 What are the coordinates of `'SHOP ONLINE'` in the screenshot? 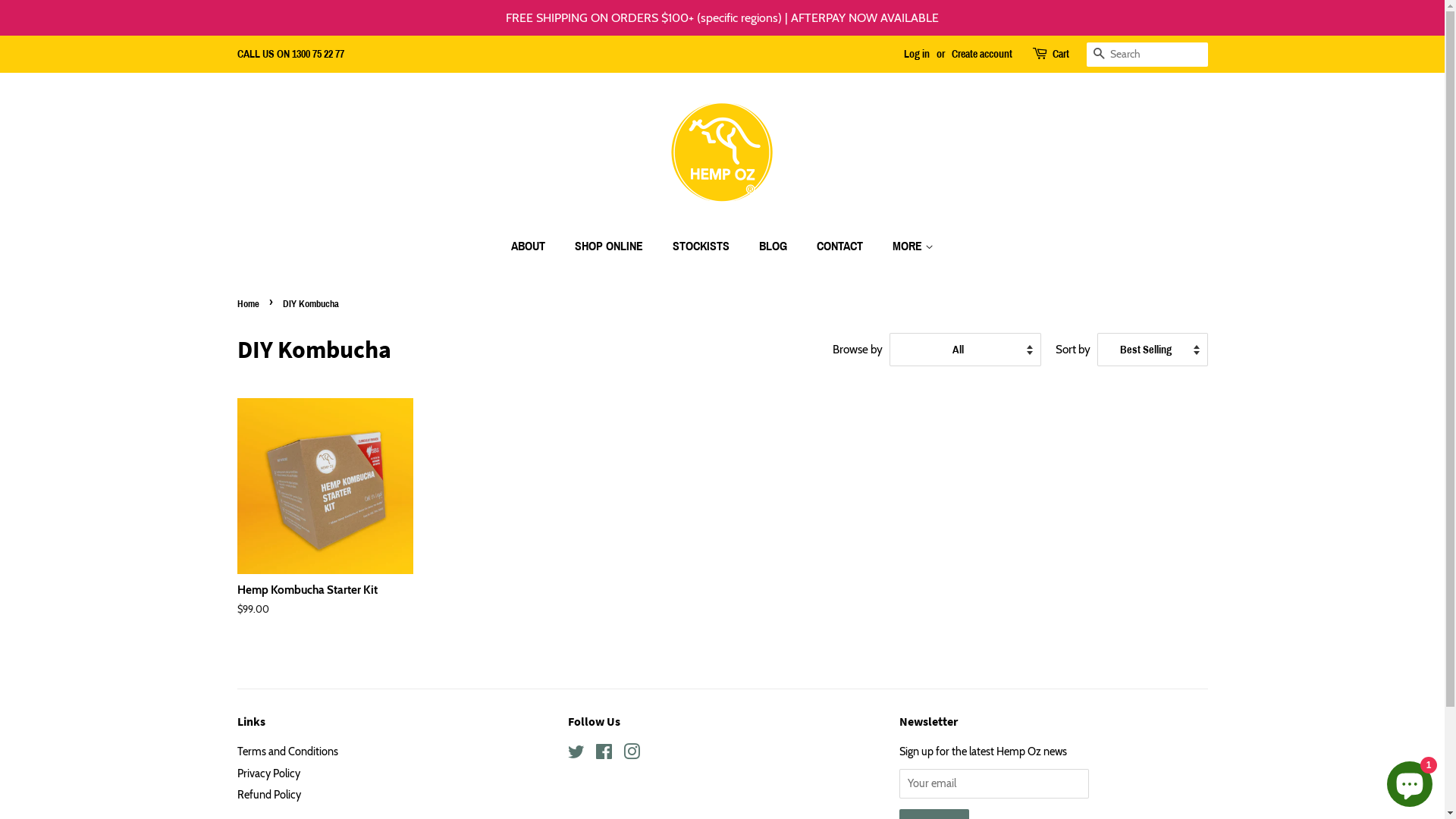 It's located at (610, 245).